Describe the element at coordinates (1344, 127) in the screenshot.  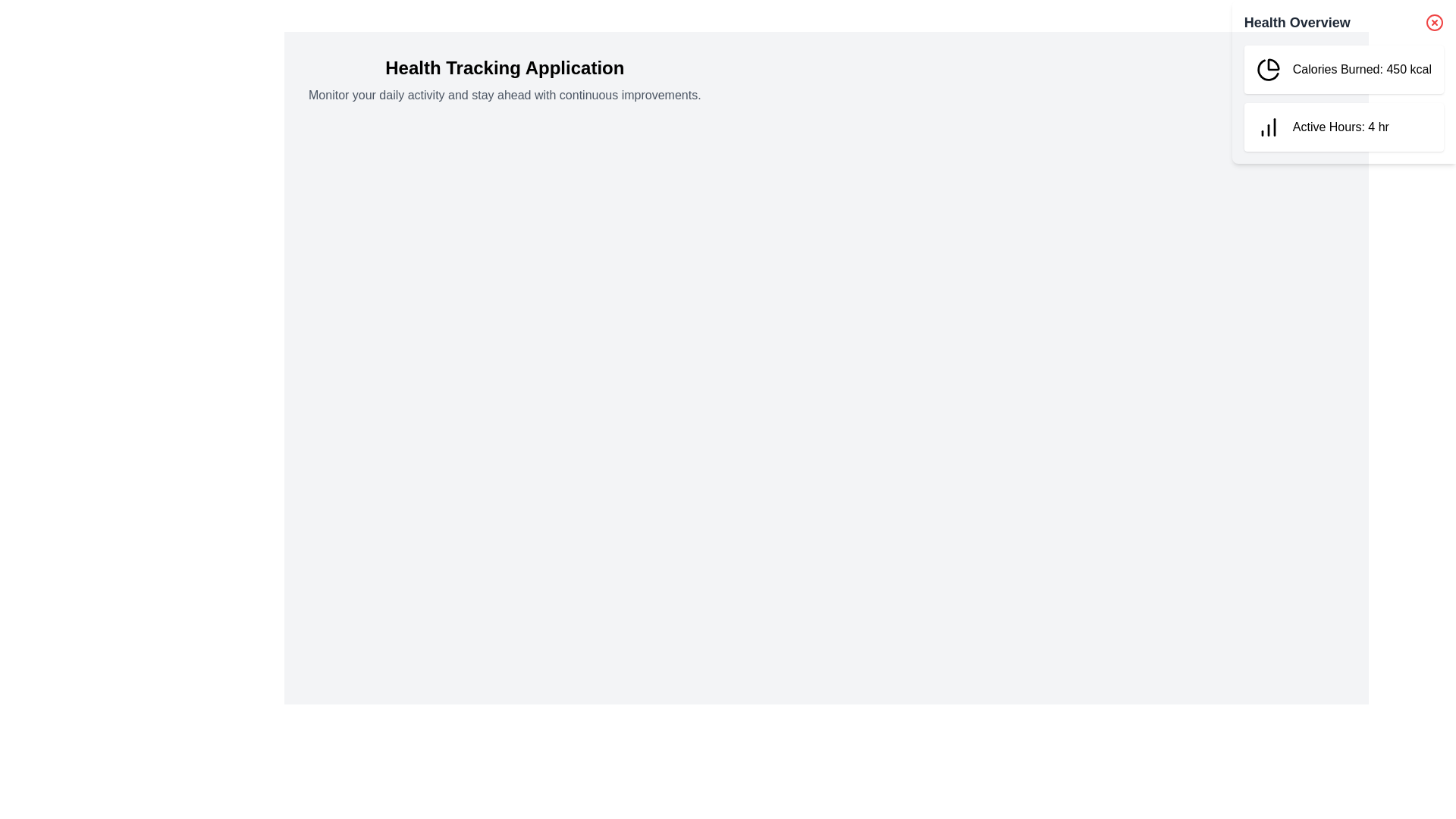
I see `information displayed in the Info card located on the right side of the Health Overview section, below the 'Calories Burned' panel, which summarizes the duration of active hours recorded` at that location.